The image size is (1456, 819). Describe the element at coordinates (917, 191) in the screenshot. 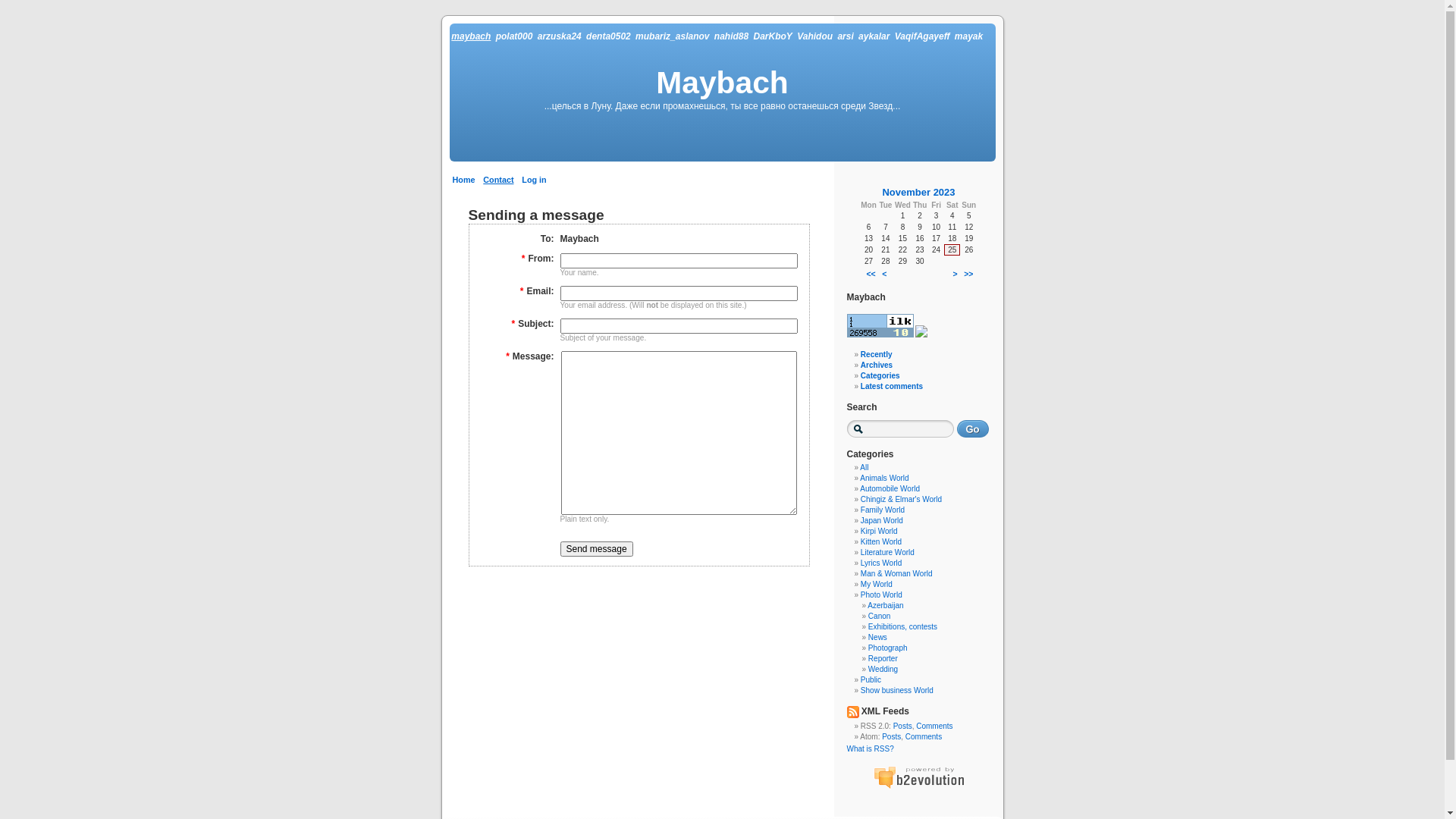

I see `'November 2023'` at that location.